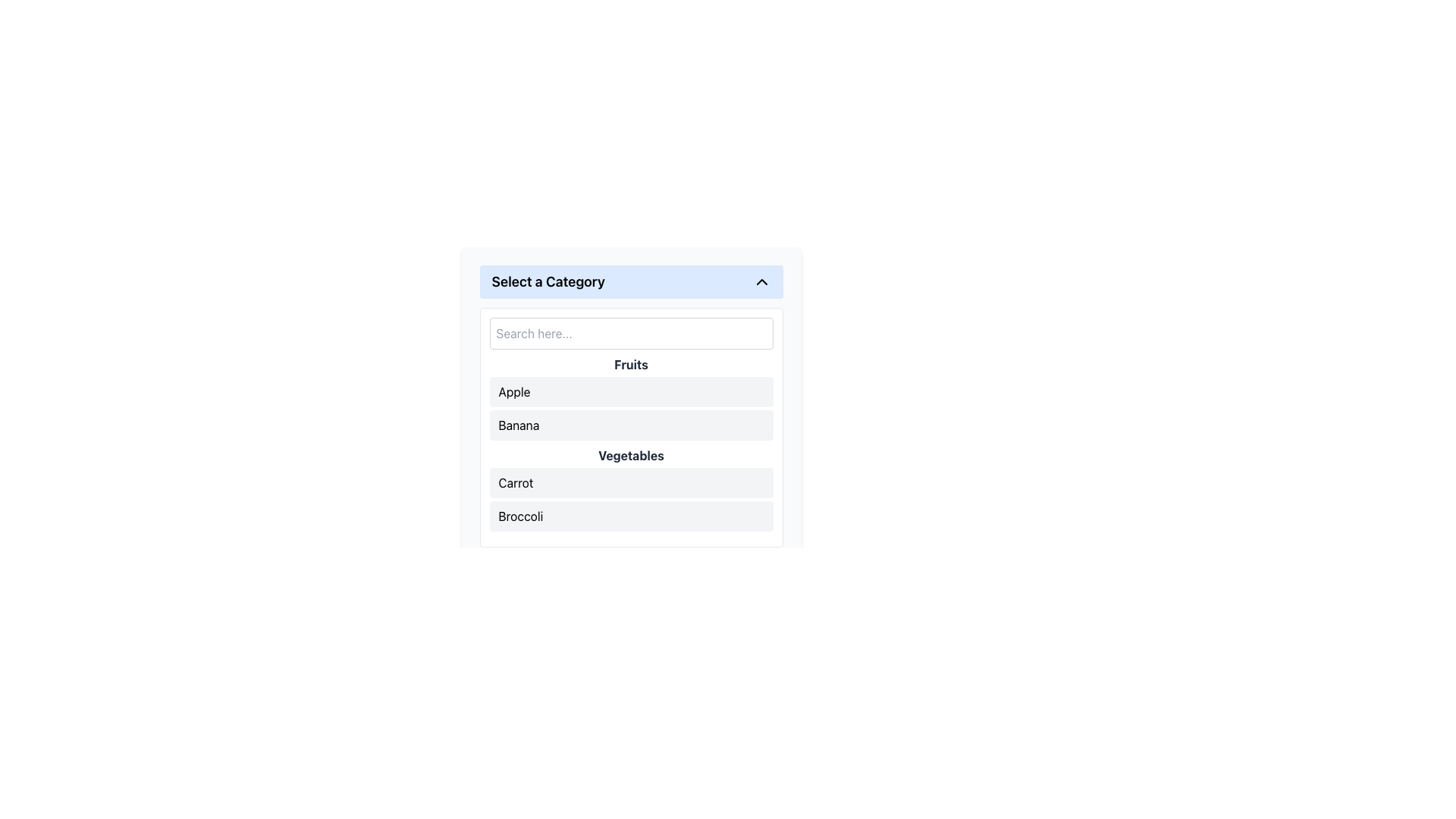 This screenshot has height=819, width=1456. What do you see at coordinates (631, 488) in the screenshot?
I see `the first list item labeled 'Carrot' under the 'Vegetables' category` at bounding box center [631, 488].